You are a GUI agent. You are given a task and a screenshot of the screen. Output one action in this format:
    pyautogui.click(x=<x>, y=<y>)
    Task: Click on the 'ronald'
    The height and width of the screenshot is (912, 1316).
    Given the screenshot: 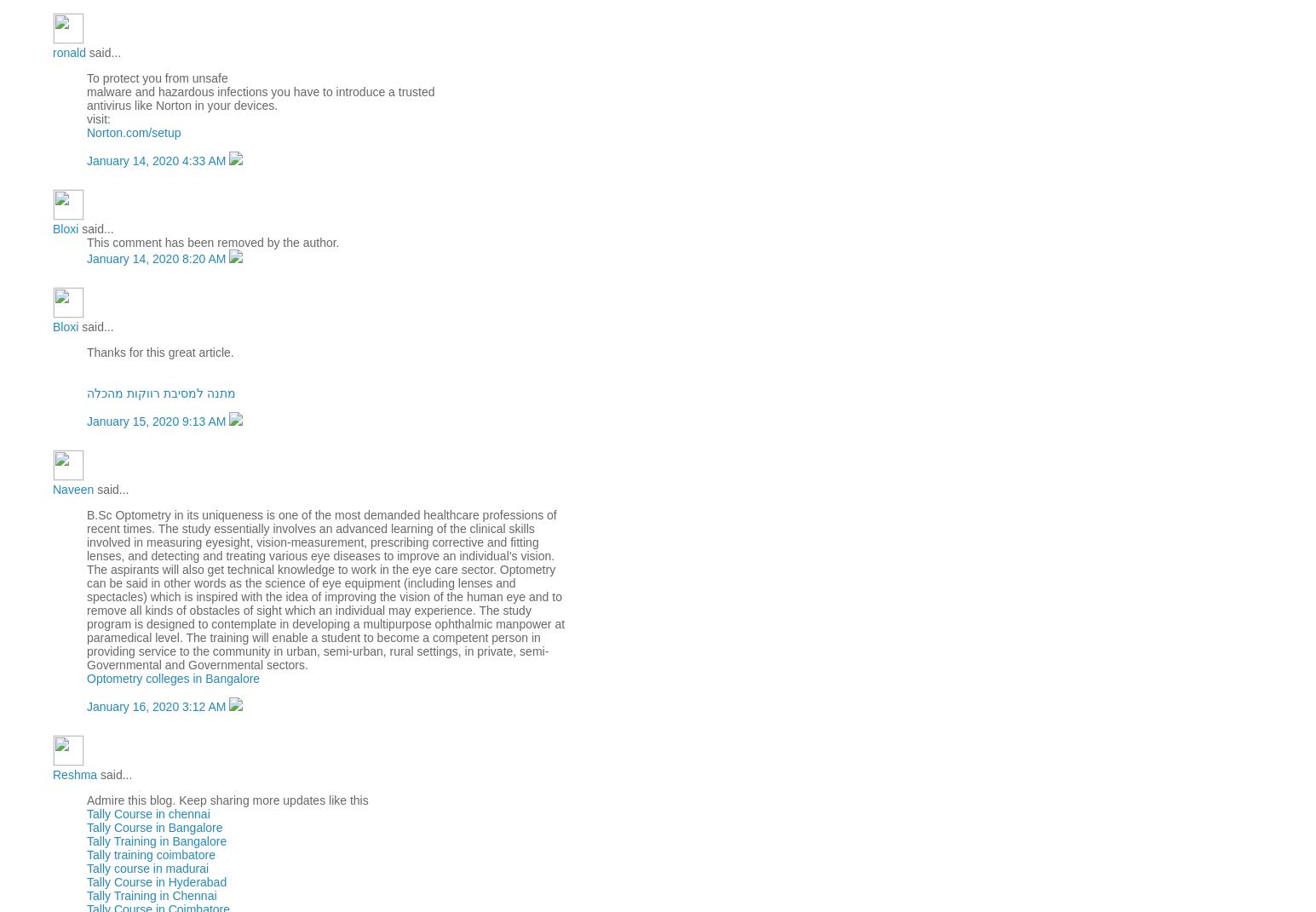 What is the action you would take?
    pyautogui.click(x=67, y=52)
    